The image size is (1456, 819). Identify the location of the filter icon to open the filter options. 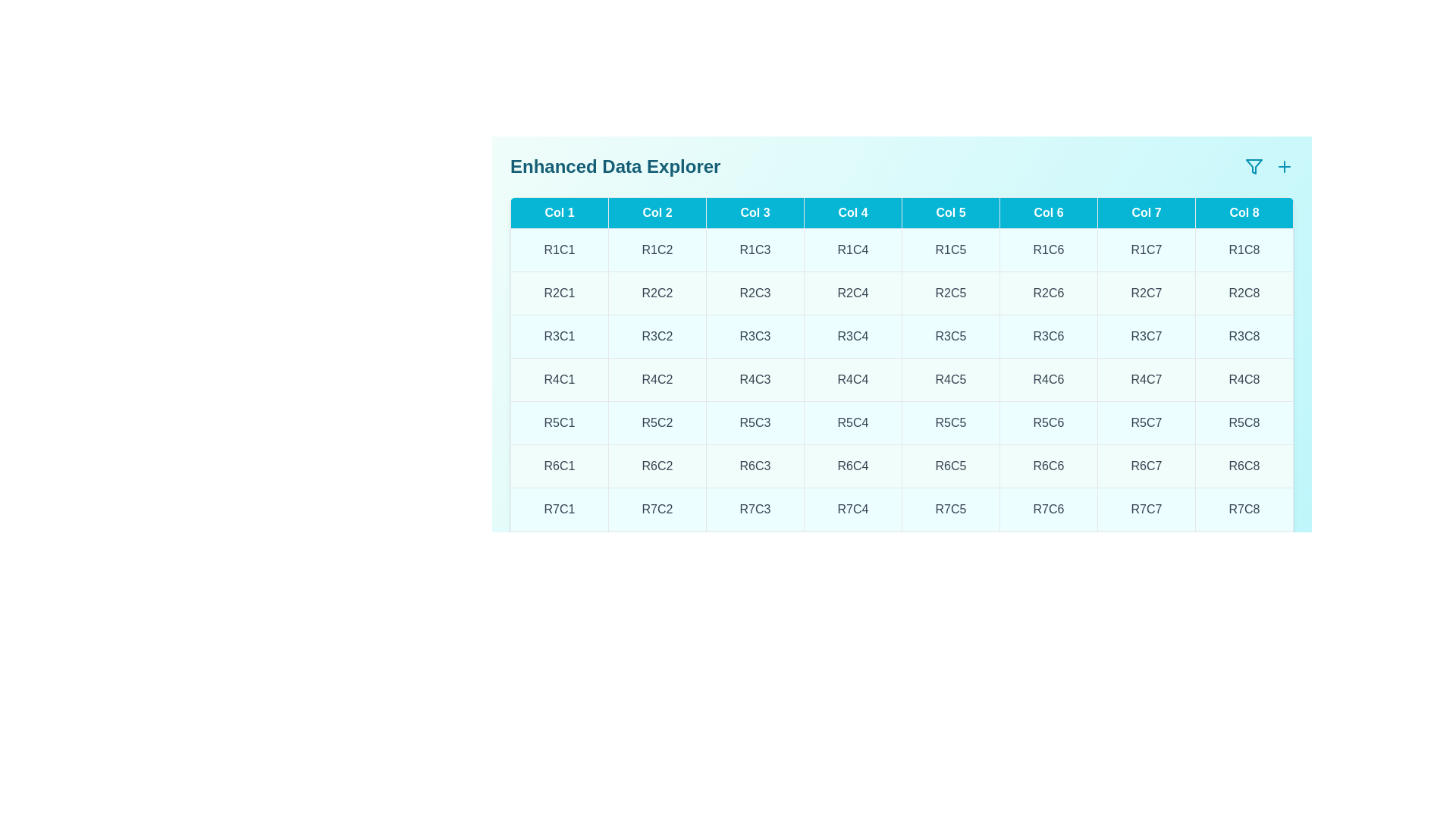
(1254, 166).